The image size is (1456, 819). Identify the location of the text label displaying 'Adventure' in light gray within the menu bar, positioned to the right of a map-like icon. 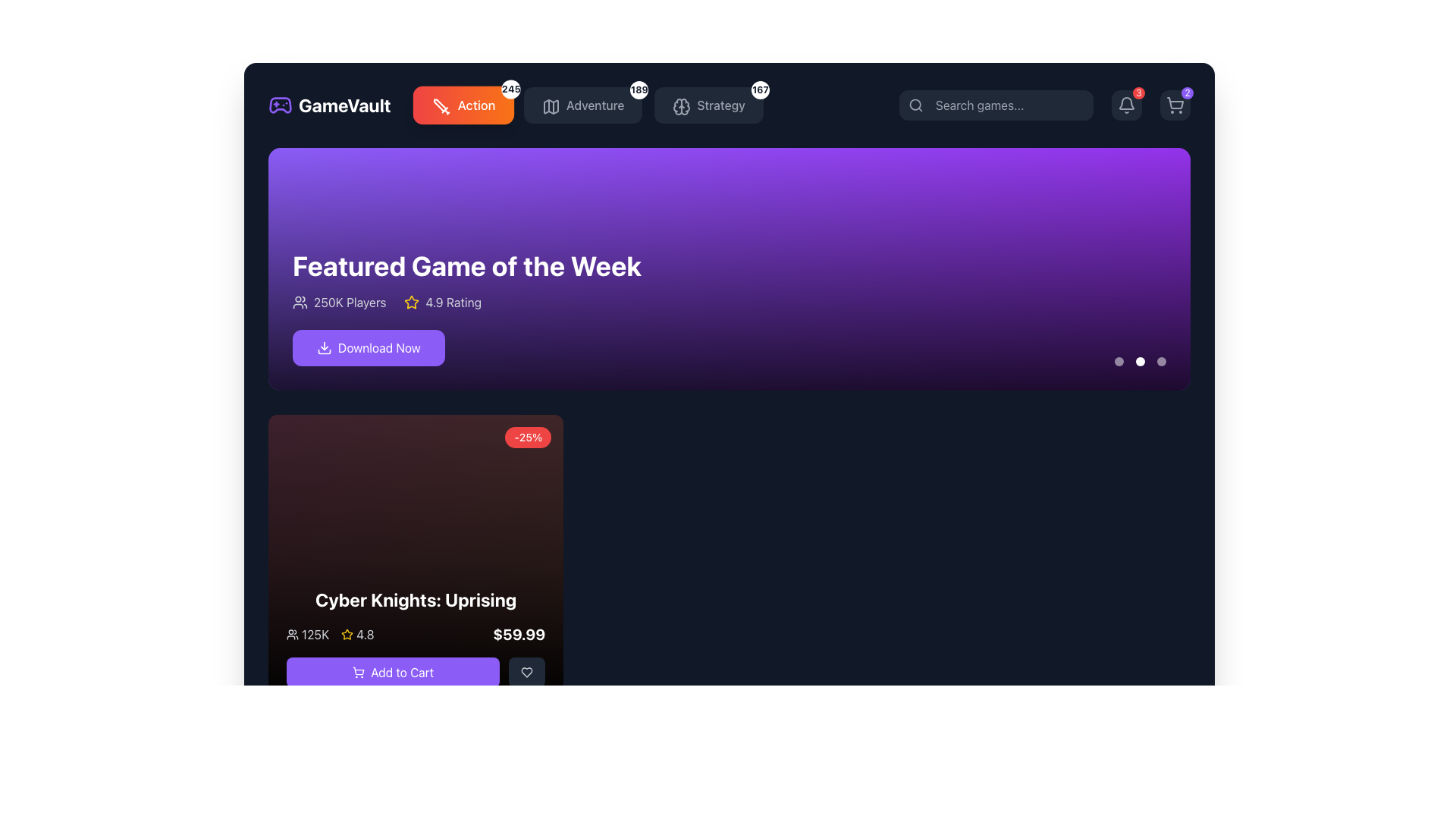
(595, 104).